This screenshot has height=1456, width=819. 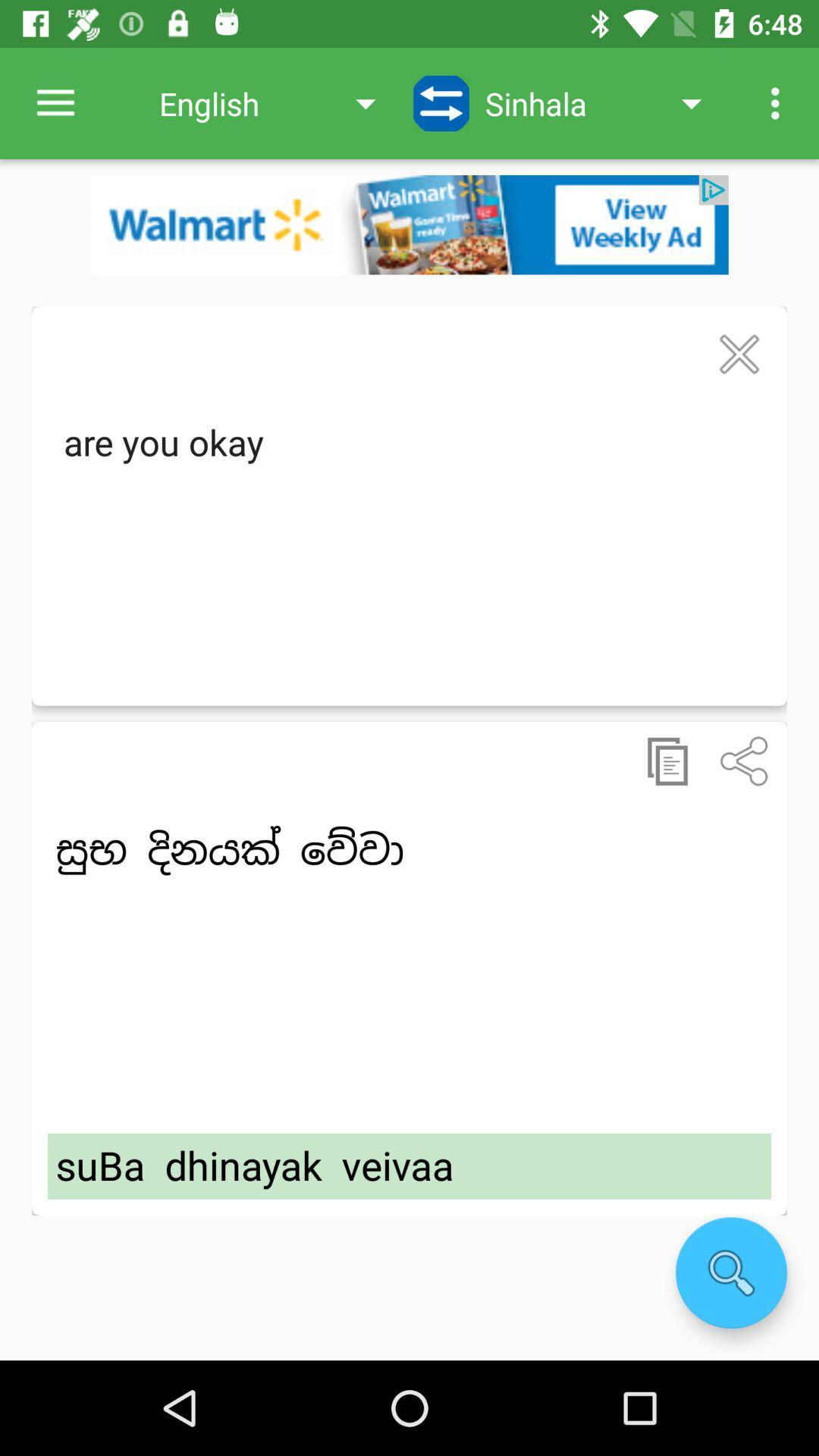 I want to click on the icon next to sinhala icon, so click(x=441, y=102).